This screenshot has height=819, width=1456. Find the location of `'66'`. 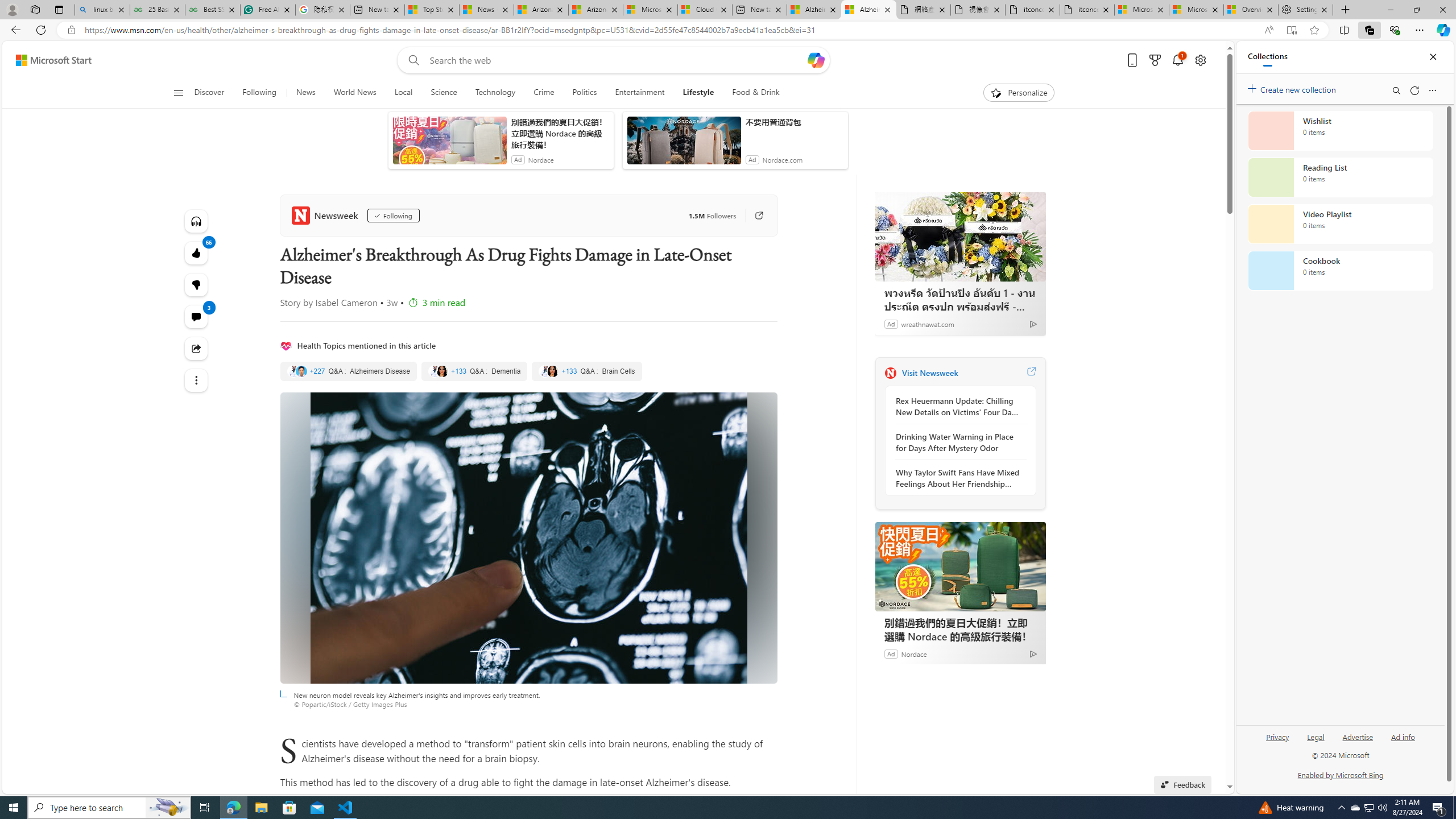

'66' is located at coordinates (196, 285).